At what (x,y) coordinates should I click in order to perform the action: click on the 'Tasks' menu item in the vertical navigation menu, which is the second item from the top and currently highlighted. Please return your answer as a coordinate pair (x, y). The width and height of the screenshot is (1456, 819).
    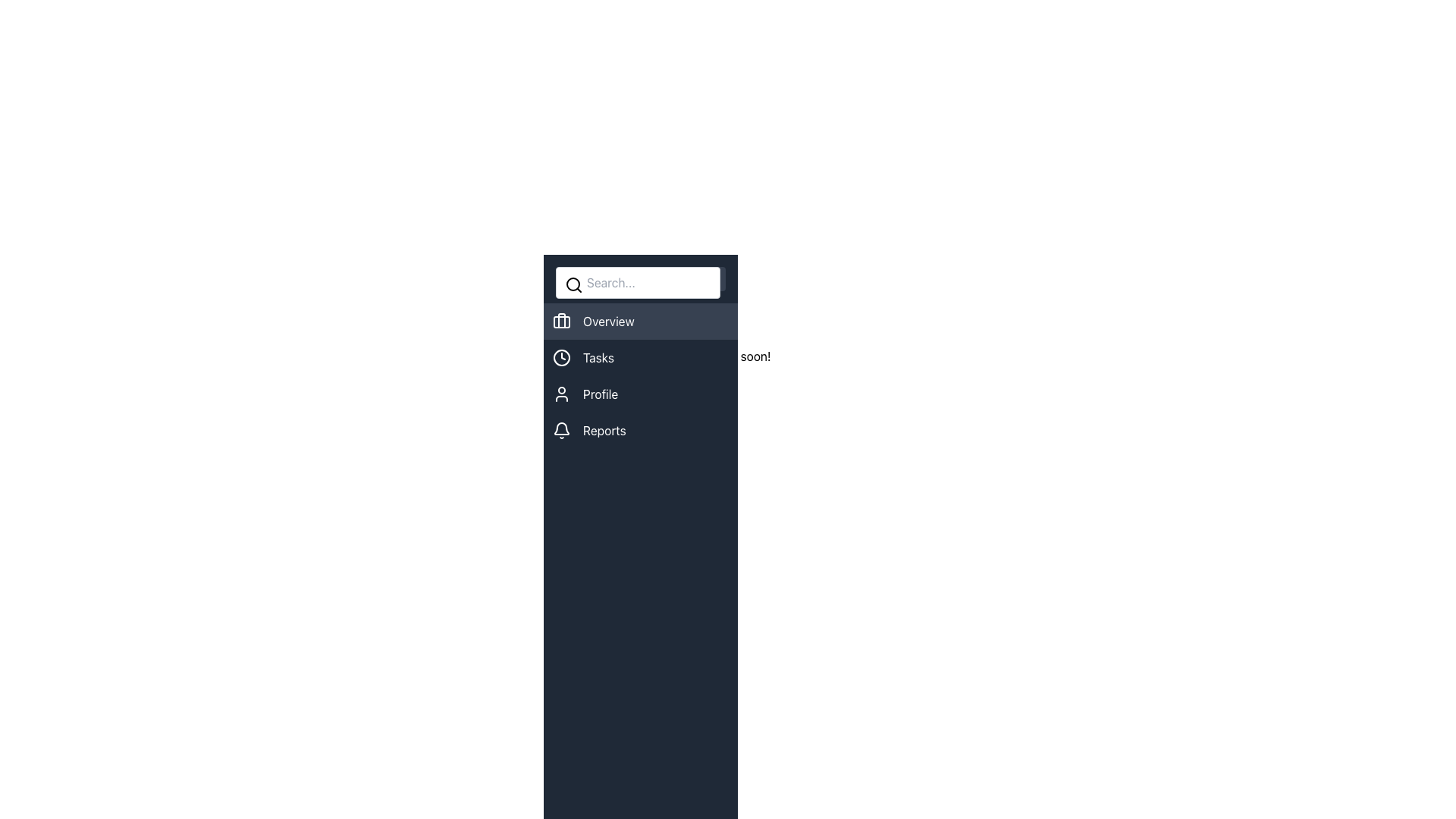
    Looking at the image, I should click on (640, 375).